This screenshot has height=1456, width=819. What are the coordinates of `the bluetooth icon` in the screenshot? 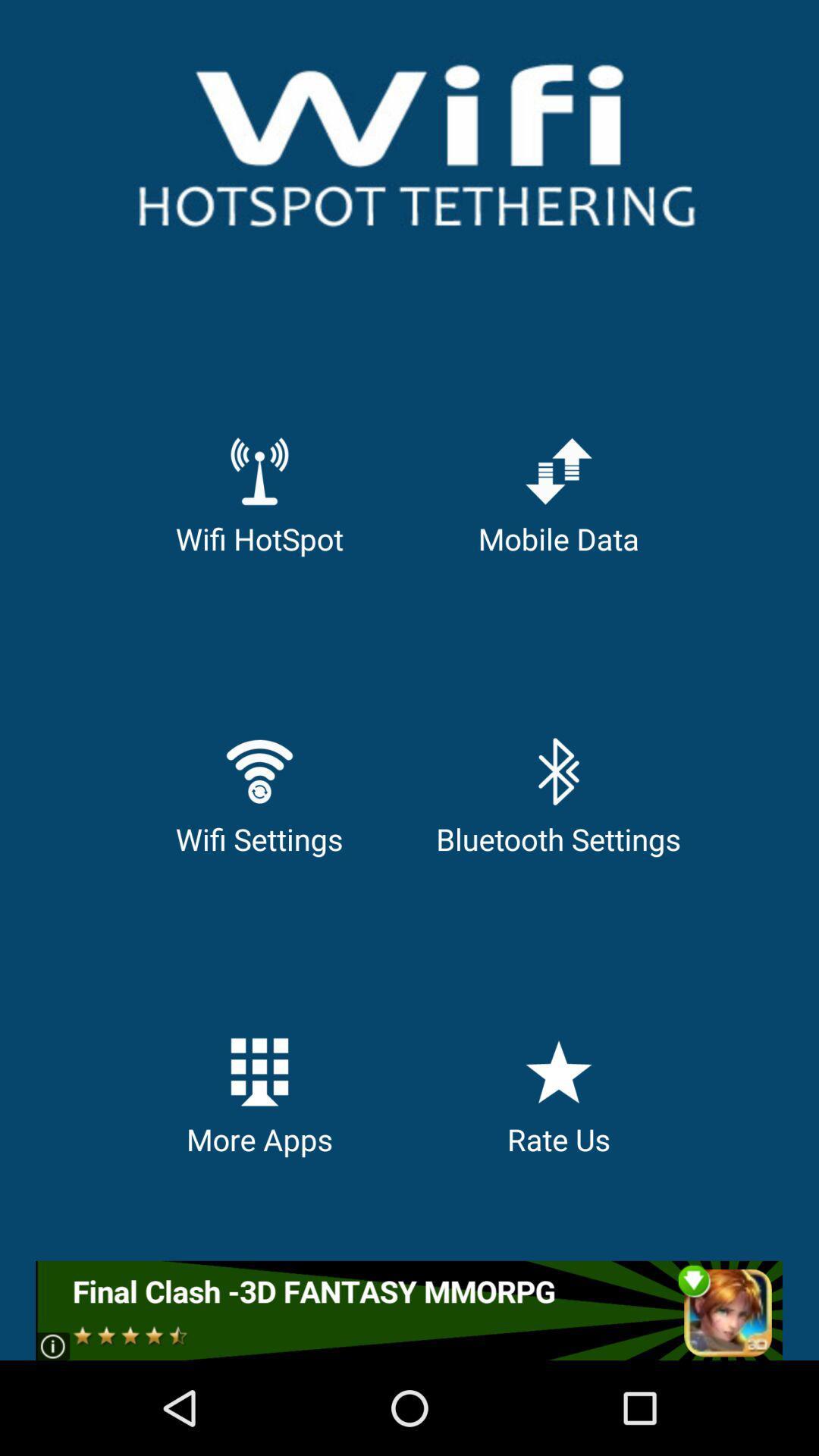 It's located at (558, 771).